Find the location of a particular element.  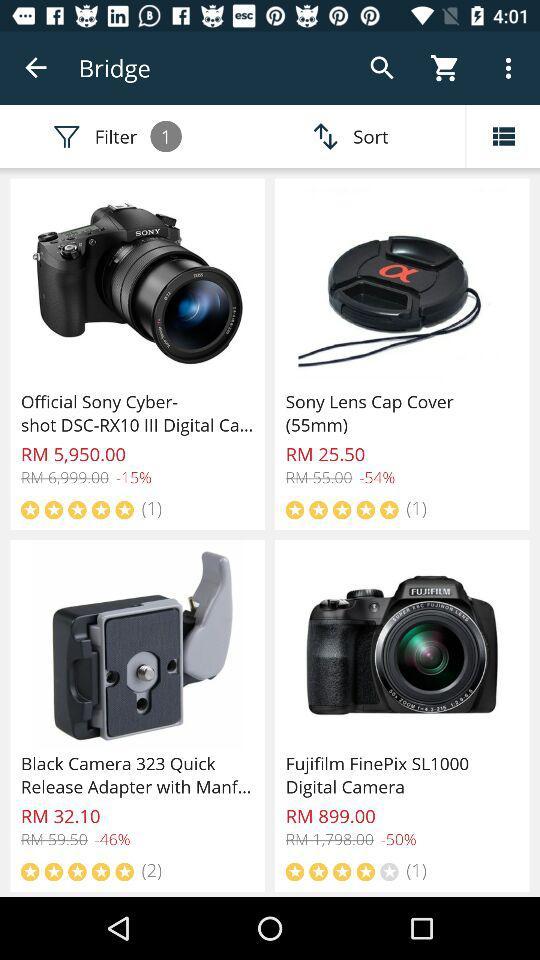

filter is located at coordinates (502, 135).